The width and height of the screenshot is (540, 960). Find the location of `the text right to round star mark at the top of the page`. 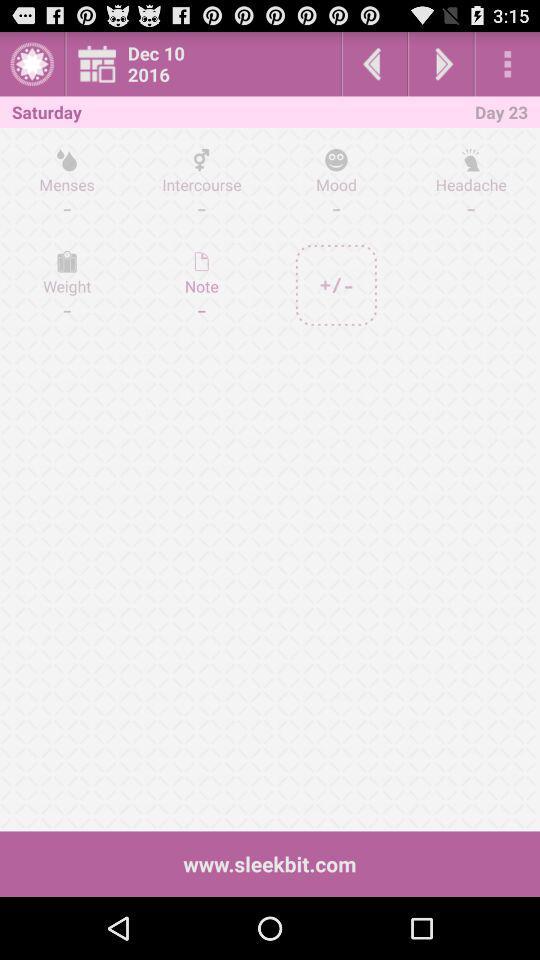

the text right to round star mark at the top of the page is located at coordinates (208, 64).